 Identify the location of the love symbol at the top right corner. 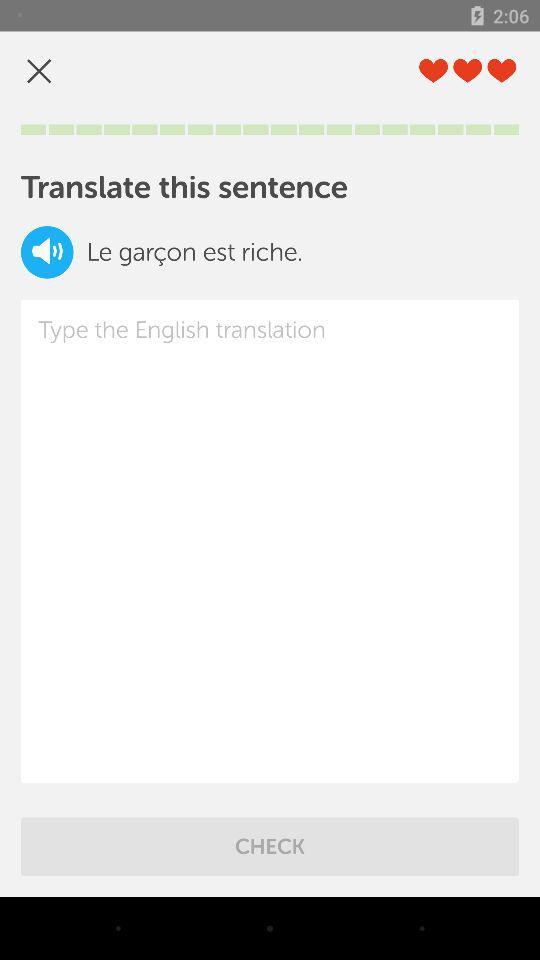
(500, 71).